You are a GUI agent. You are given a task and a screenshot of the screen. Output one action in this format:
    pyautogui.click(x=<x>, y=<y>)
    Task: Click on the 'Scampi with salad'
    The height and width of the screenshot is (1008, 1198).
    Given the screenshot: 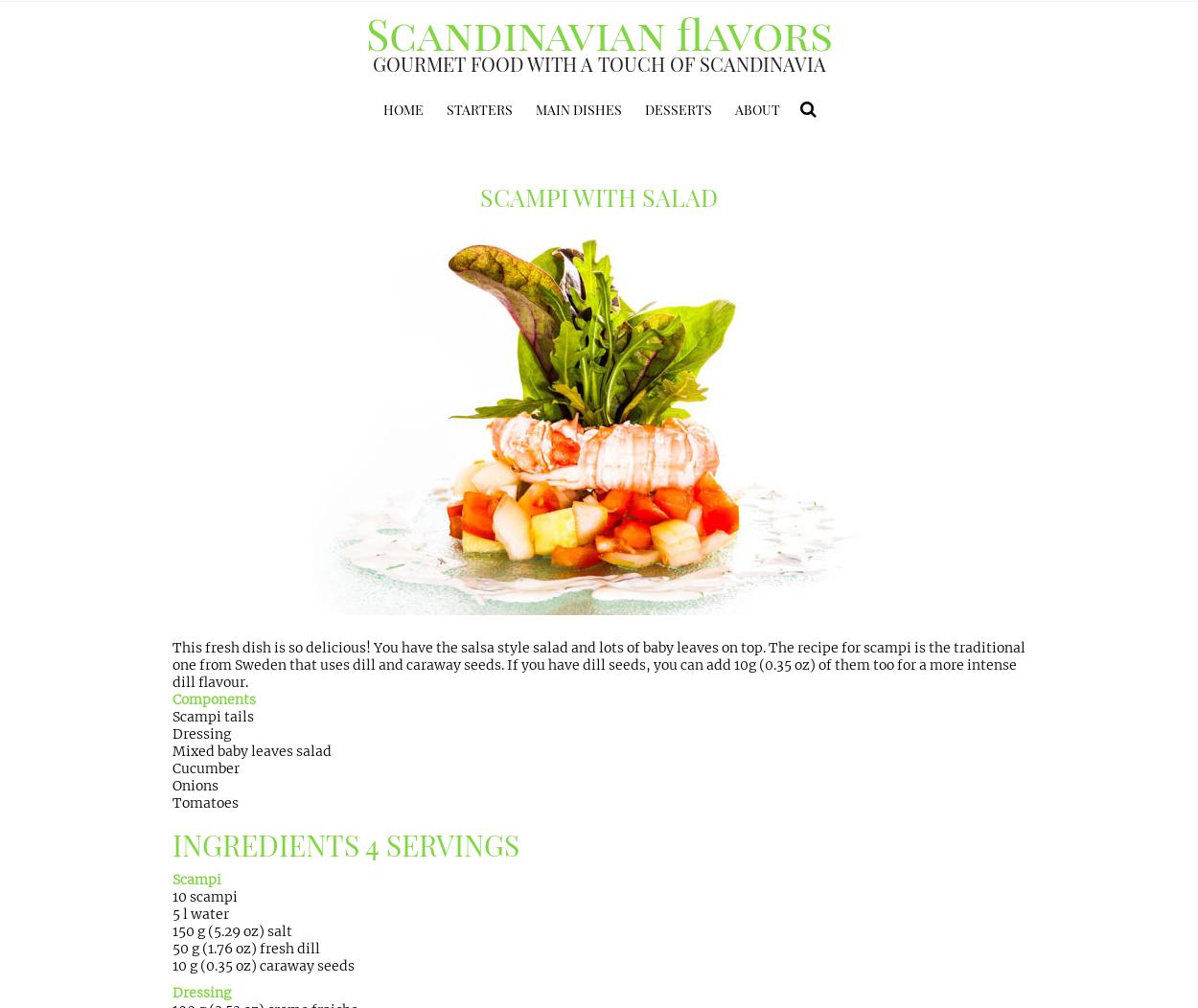 What is the action you would take?
    pyautogui.click(x=599, y=196)
    